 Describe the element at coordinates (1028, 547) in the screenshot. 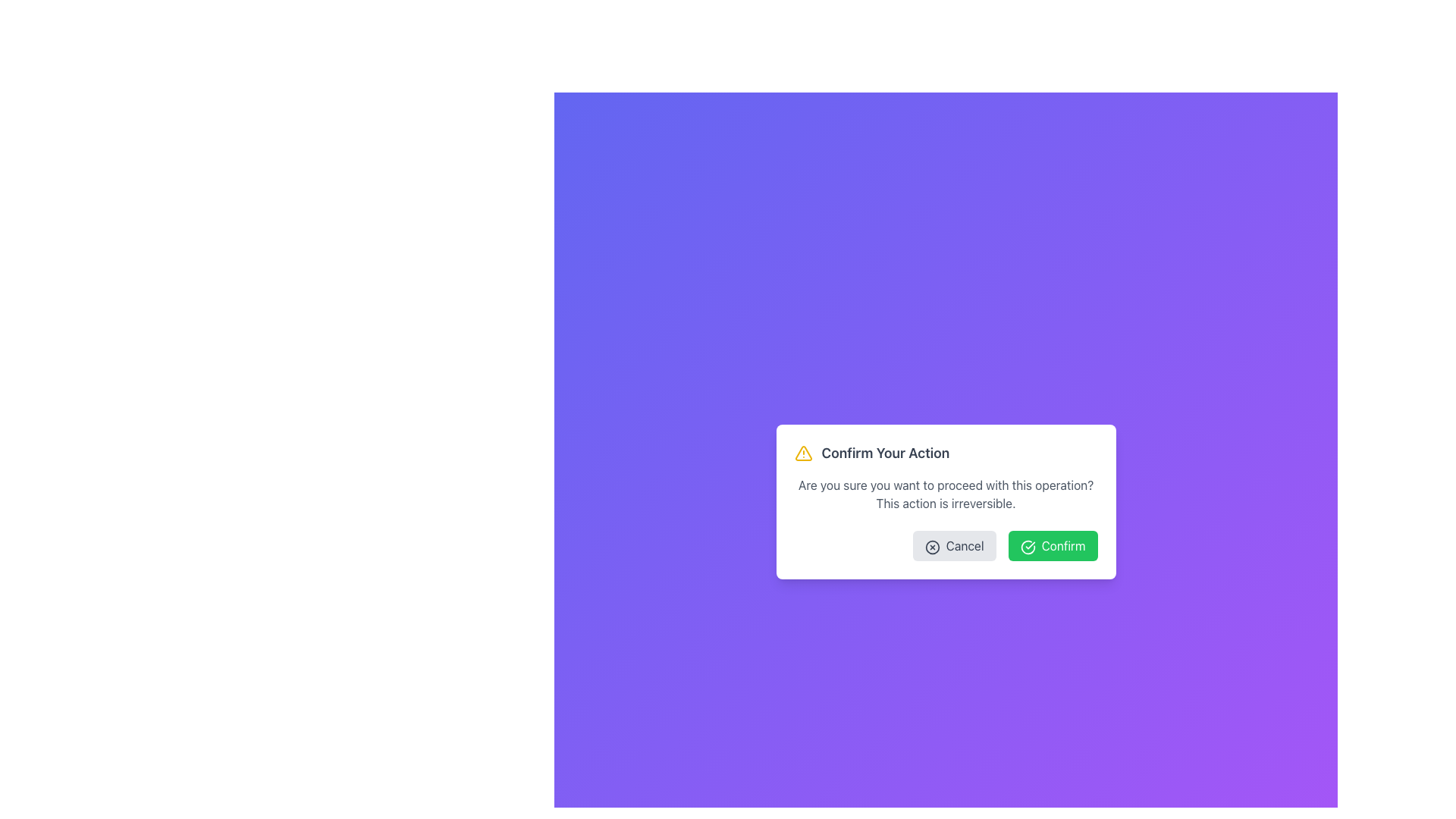

I see `the SVG icon representing a circle with a checkmark inside it, which is part of the green button labeled 'Confirm' located in the bottom-right corner of the modal` at that location.